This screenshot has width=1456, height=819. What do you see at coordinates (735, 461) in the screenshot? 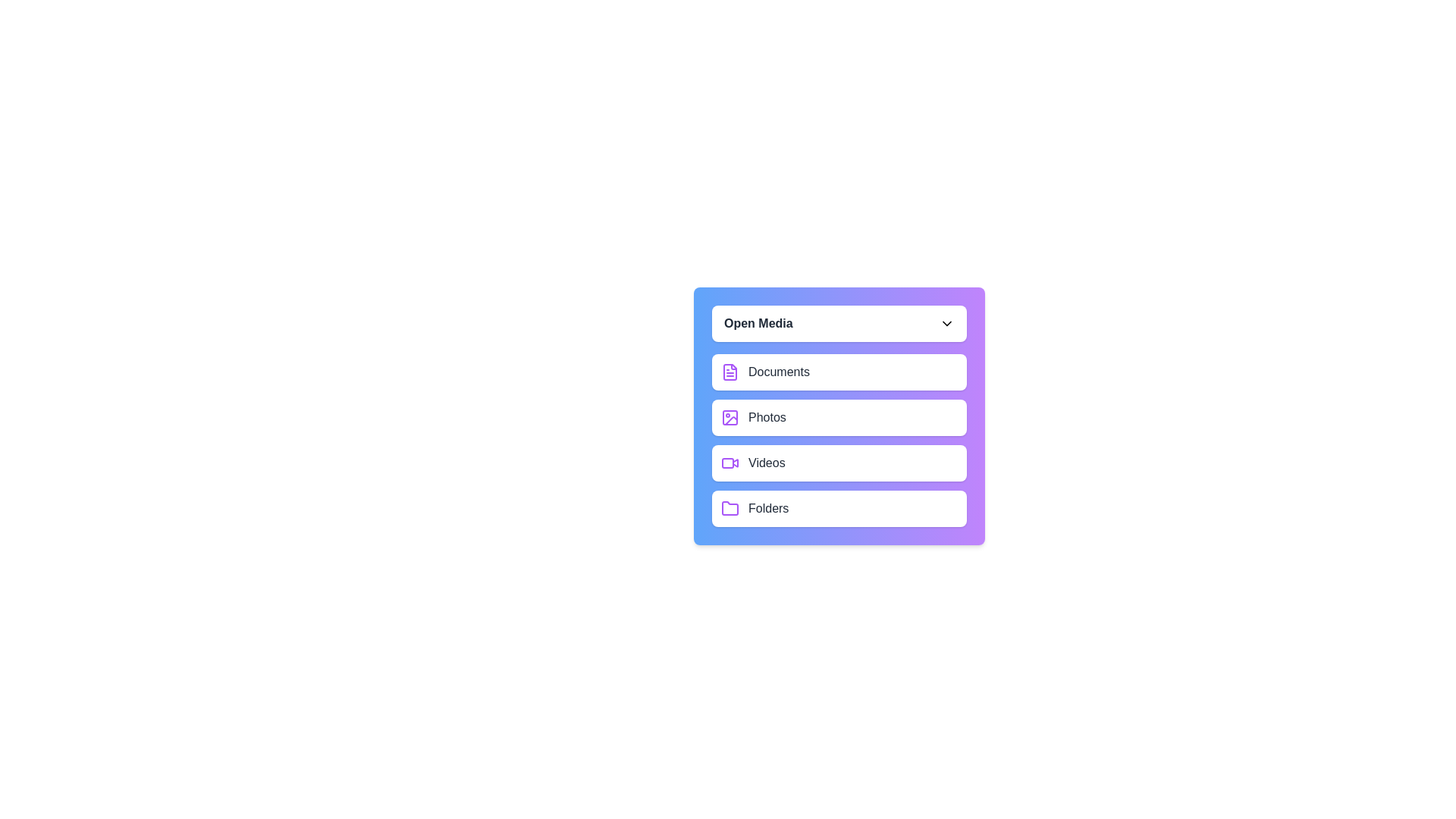
I see `the video camera icon in the third row of the vertical list labeled 'Videos'` at bounding box center [735, 461].